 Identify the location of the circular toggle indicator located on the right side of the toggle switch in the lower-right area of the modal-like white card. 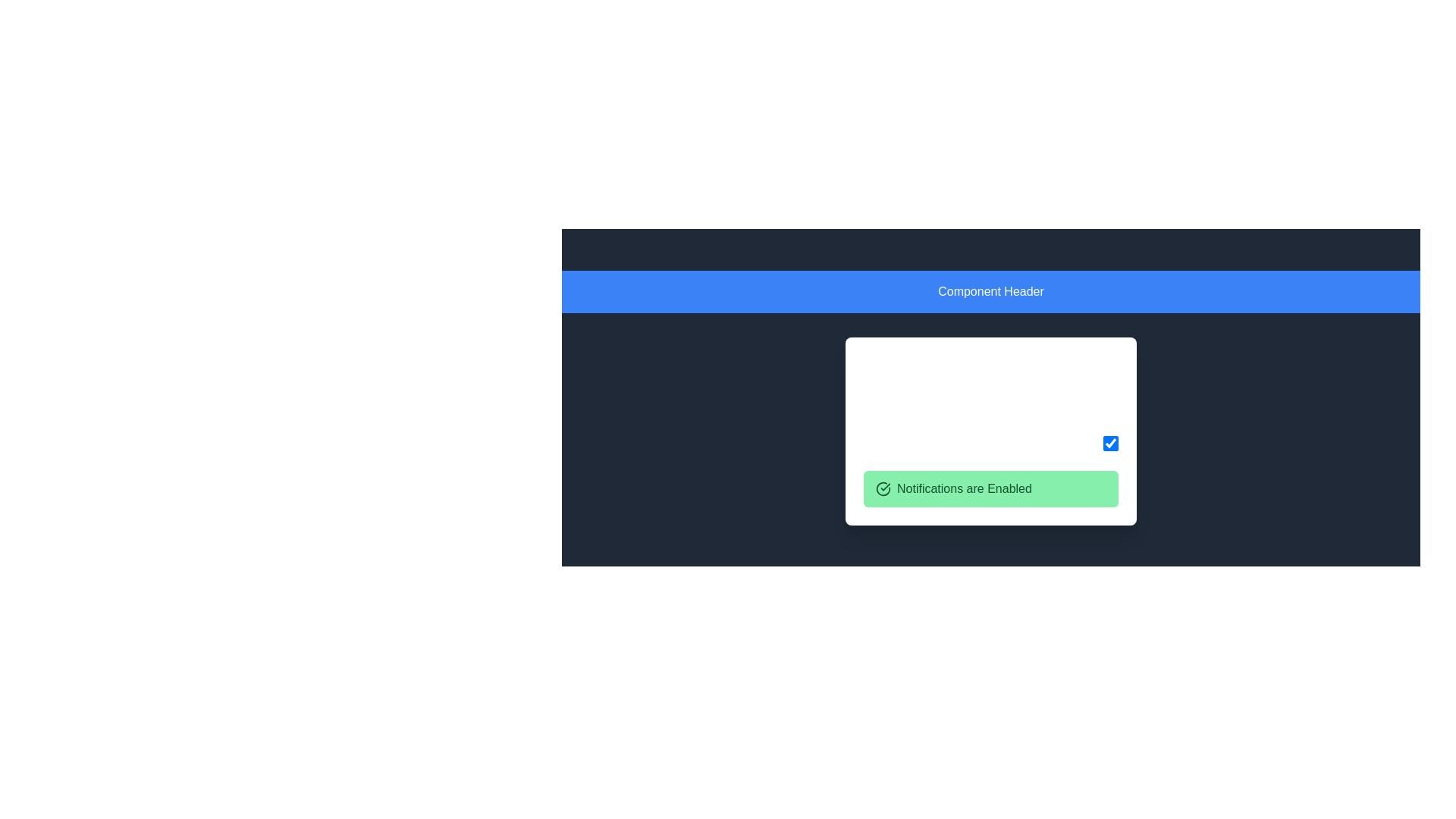
(1110, 400).